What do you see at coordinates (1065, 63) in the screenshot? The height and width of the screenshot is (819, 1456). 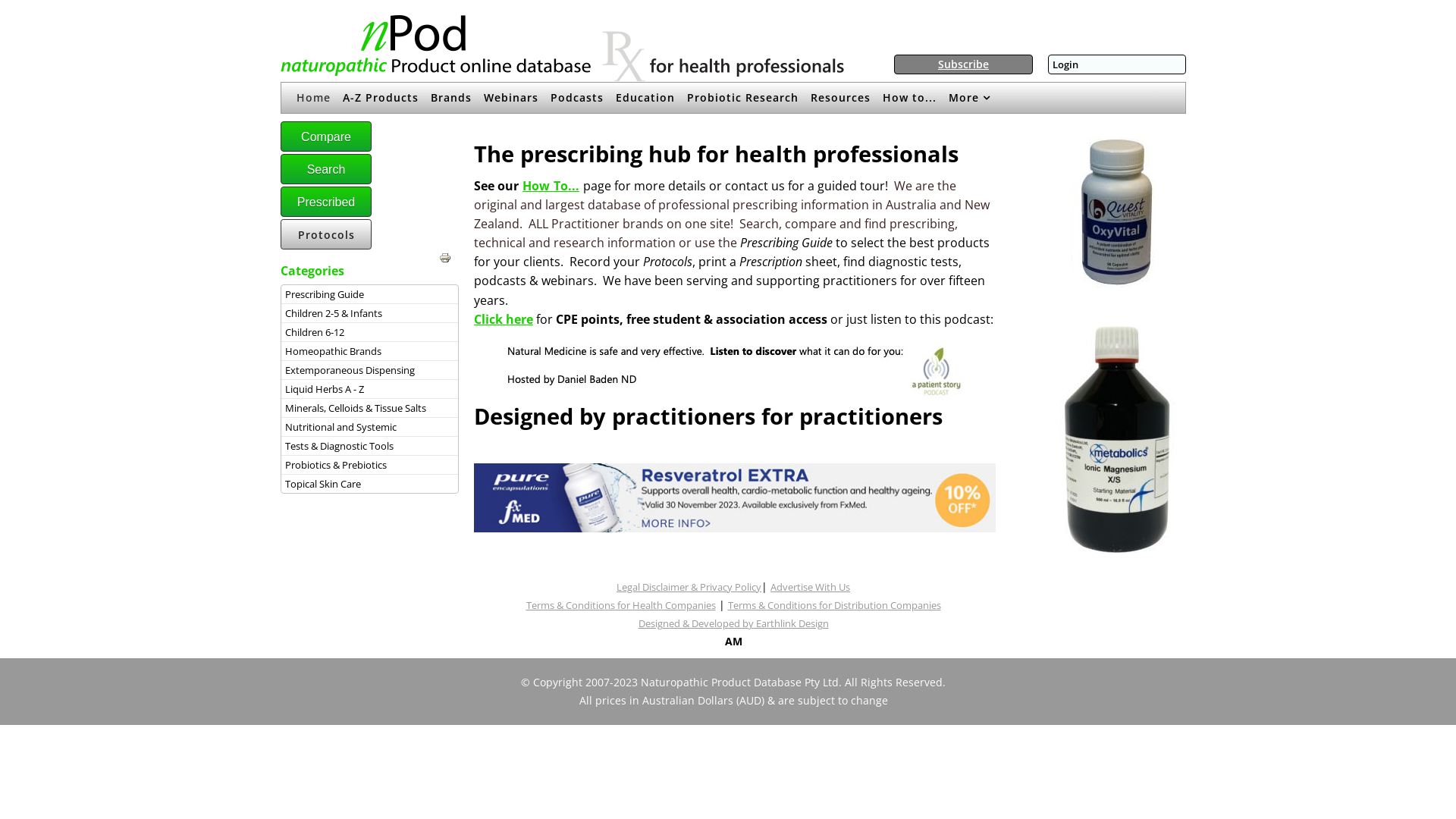 I see `'Login'` at bounding box center [1065, 63].